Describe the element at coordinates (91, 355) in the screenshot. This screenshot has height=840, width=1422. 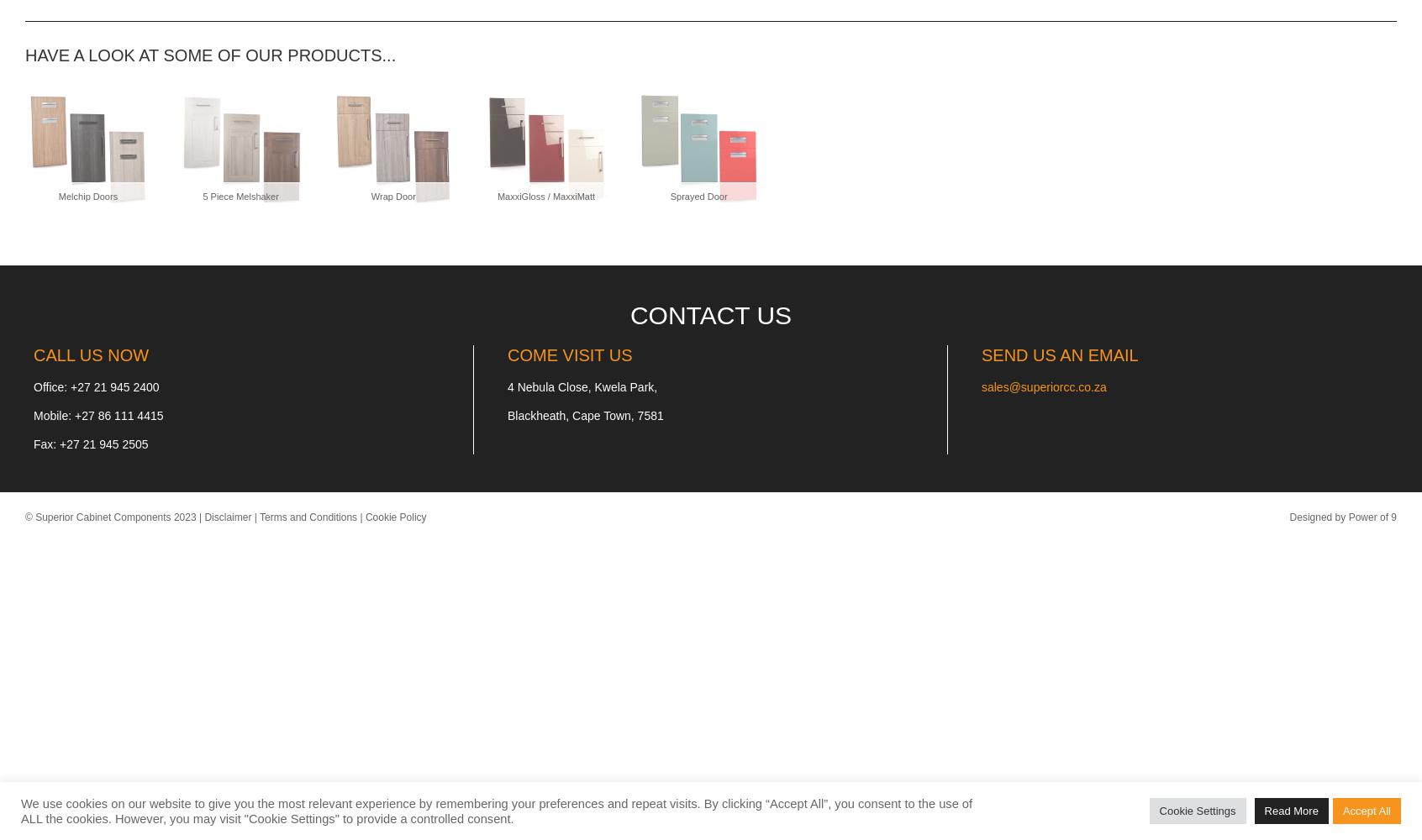
I see `'Call us now'` at that location.